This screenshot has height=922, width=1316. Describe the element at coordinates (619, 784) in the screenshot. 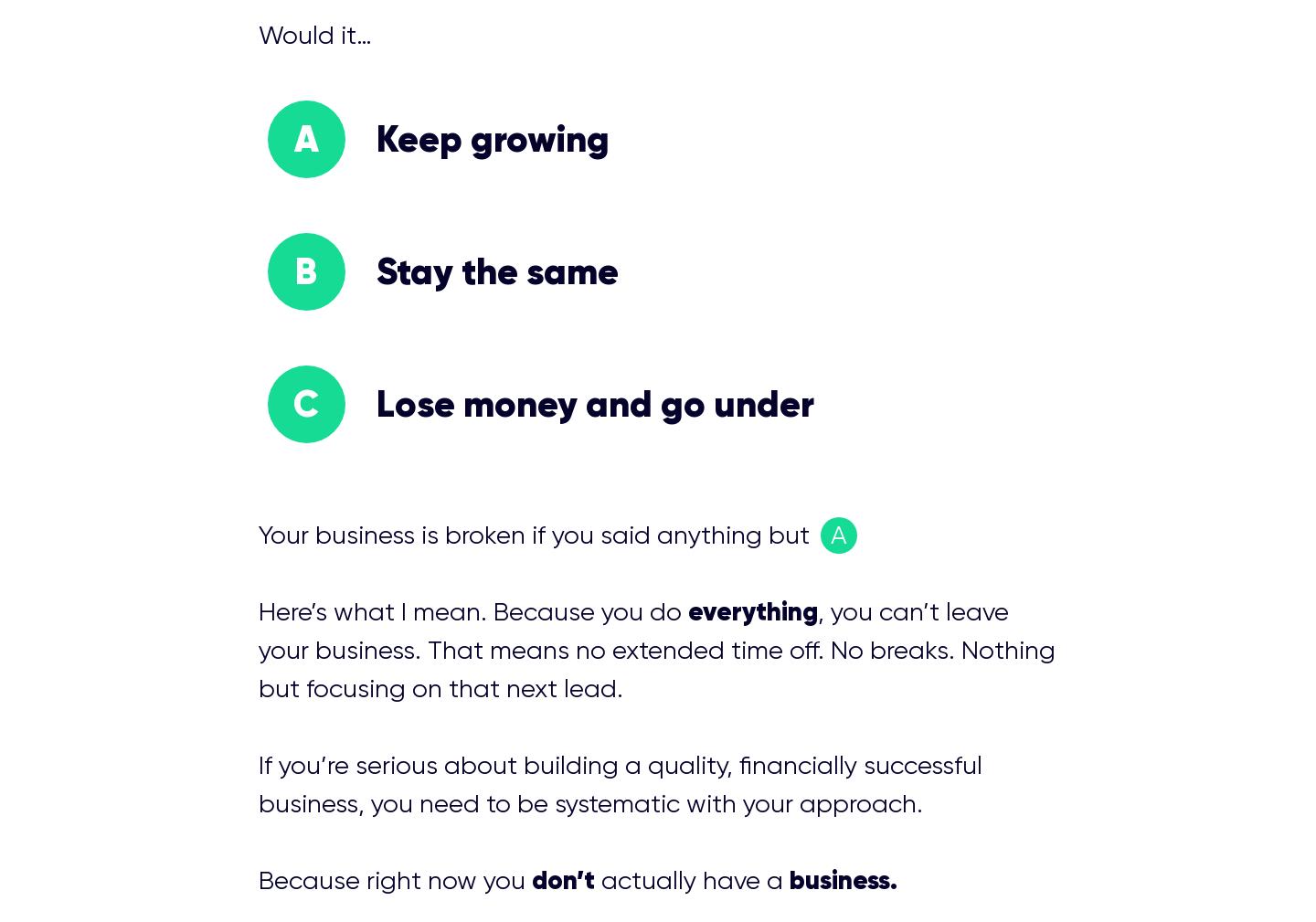

I see `'If you’re serious about building a quality, financially successful business, you need to be systematic with your approach.'` at that location.